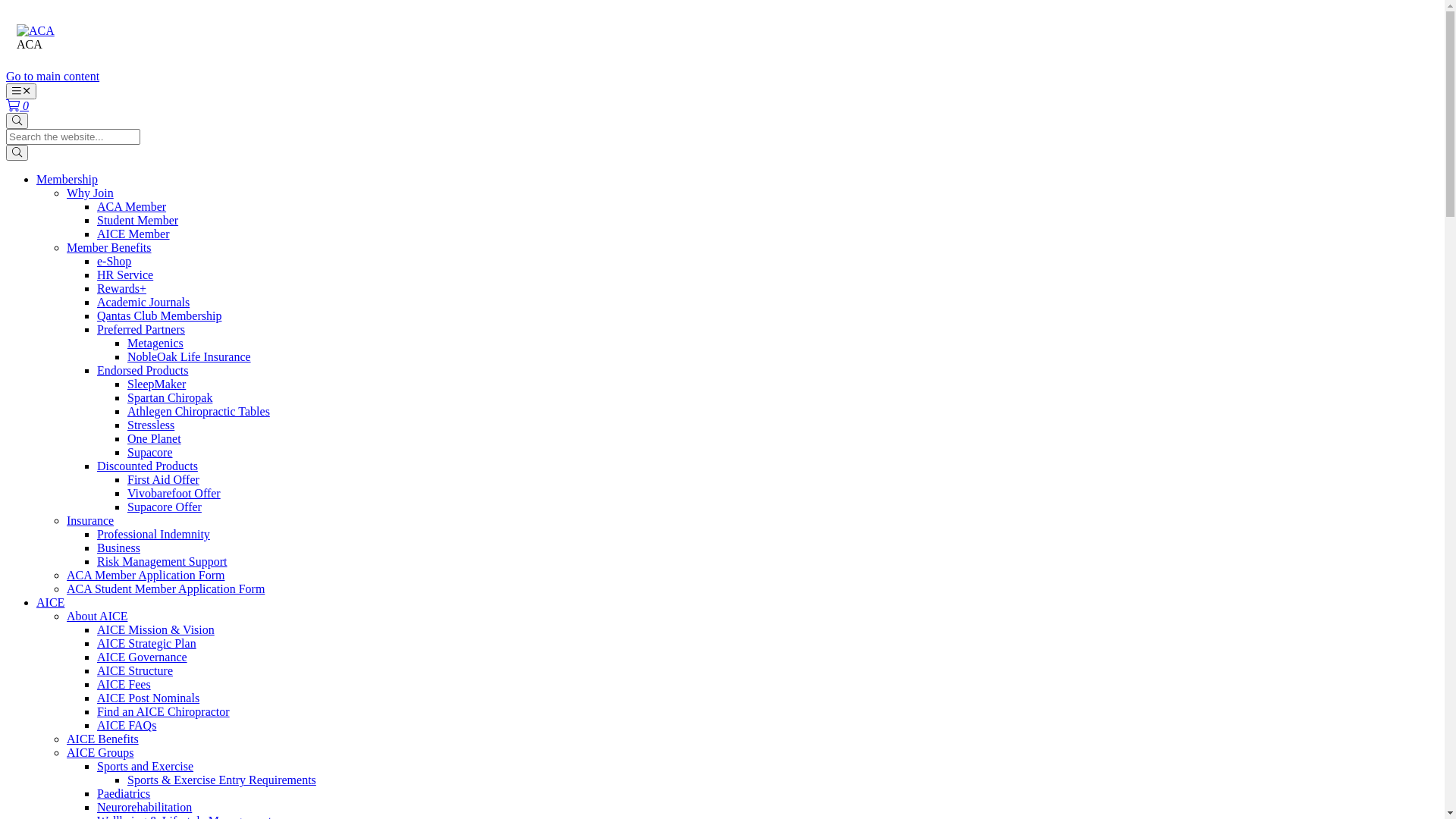  What do you see at coordinates (164, 507) in the screenshot?
I see `'Supacore Offer'` at bounding box center [164, 507].